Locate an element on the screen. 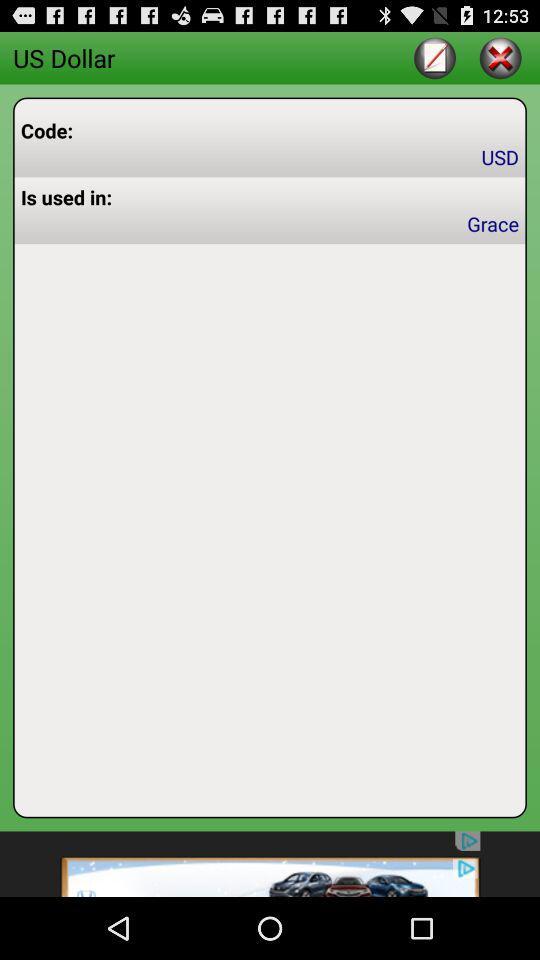 The image size is (540, 960). make a new submission is located at coordinates (434, 56).